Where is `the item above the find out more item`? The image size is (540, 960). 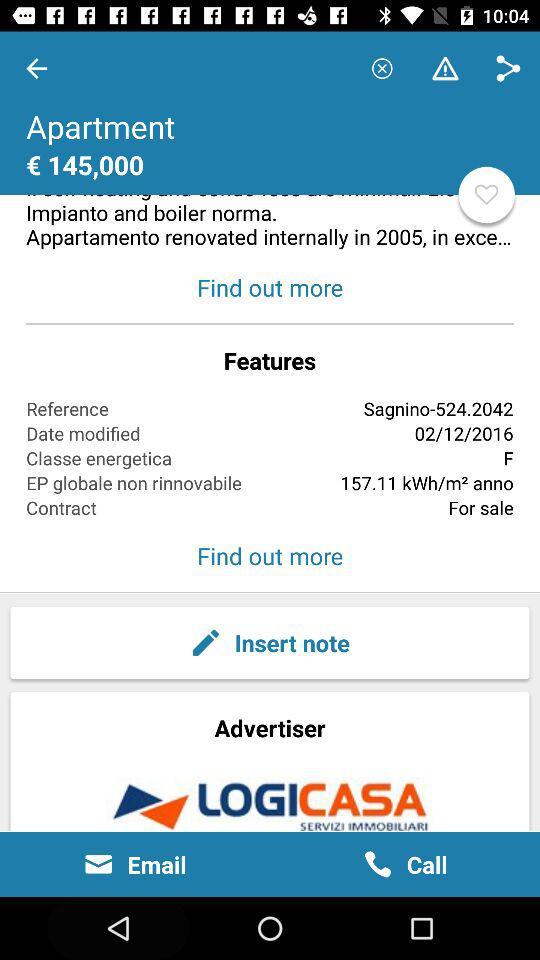
the item above the find out more item is located at coordinates (270, 140).